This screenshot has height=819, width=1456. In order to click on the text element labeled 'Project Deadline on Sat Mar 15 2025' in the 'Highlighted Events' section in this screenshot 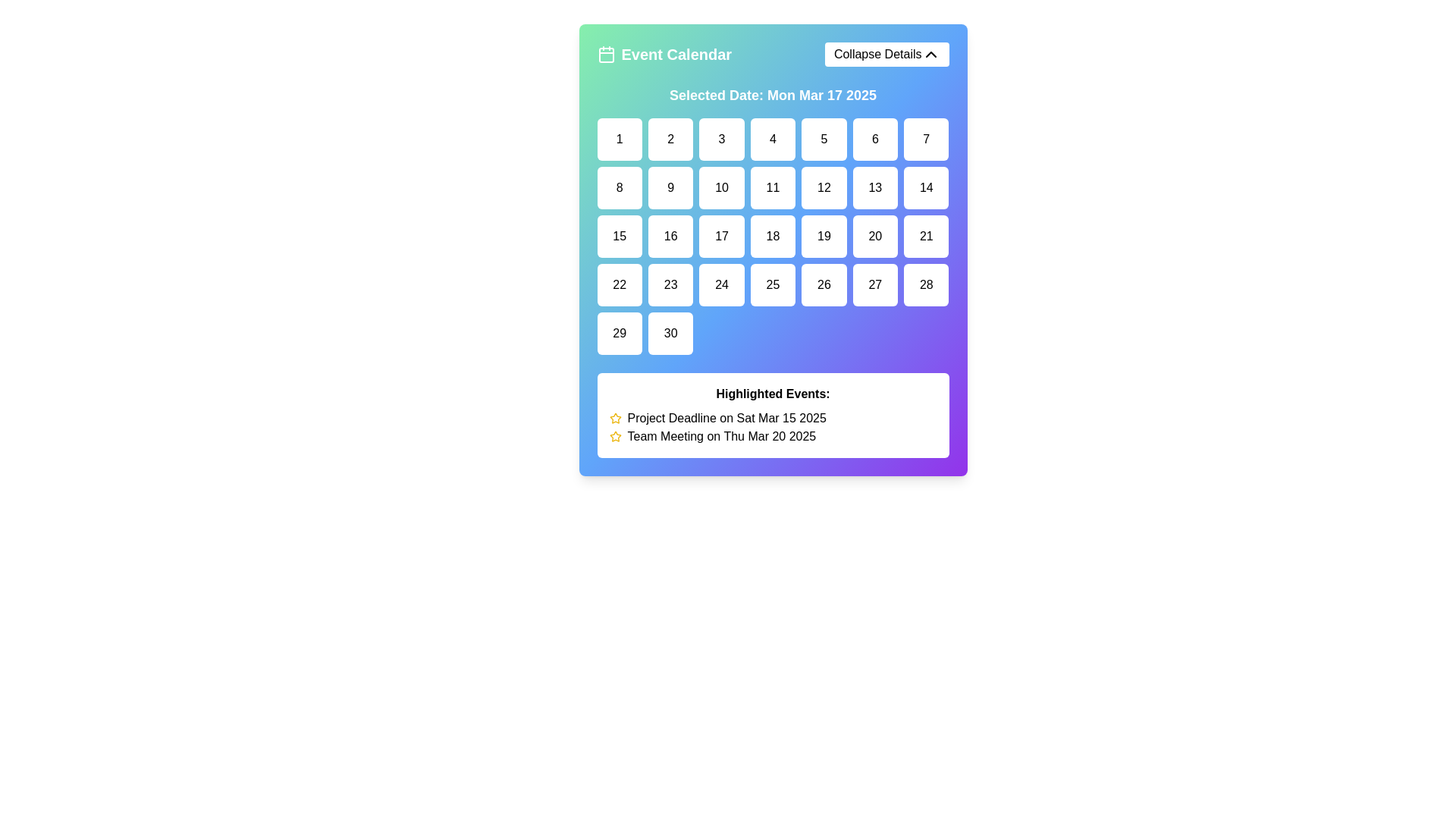, I will do `click(773, 418)`.